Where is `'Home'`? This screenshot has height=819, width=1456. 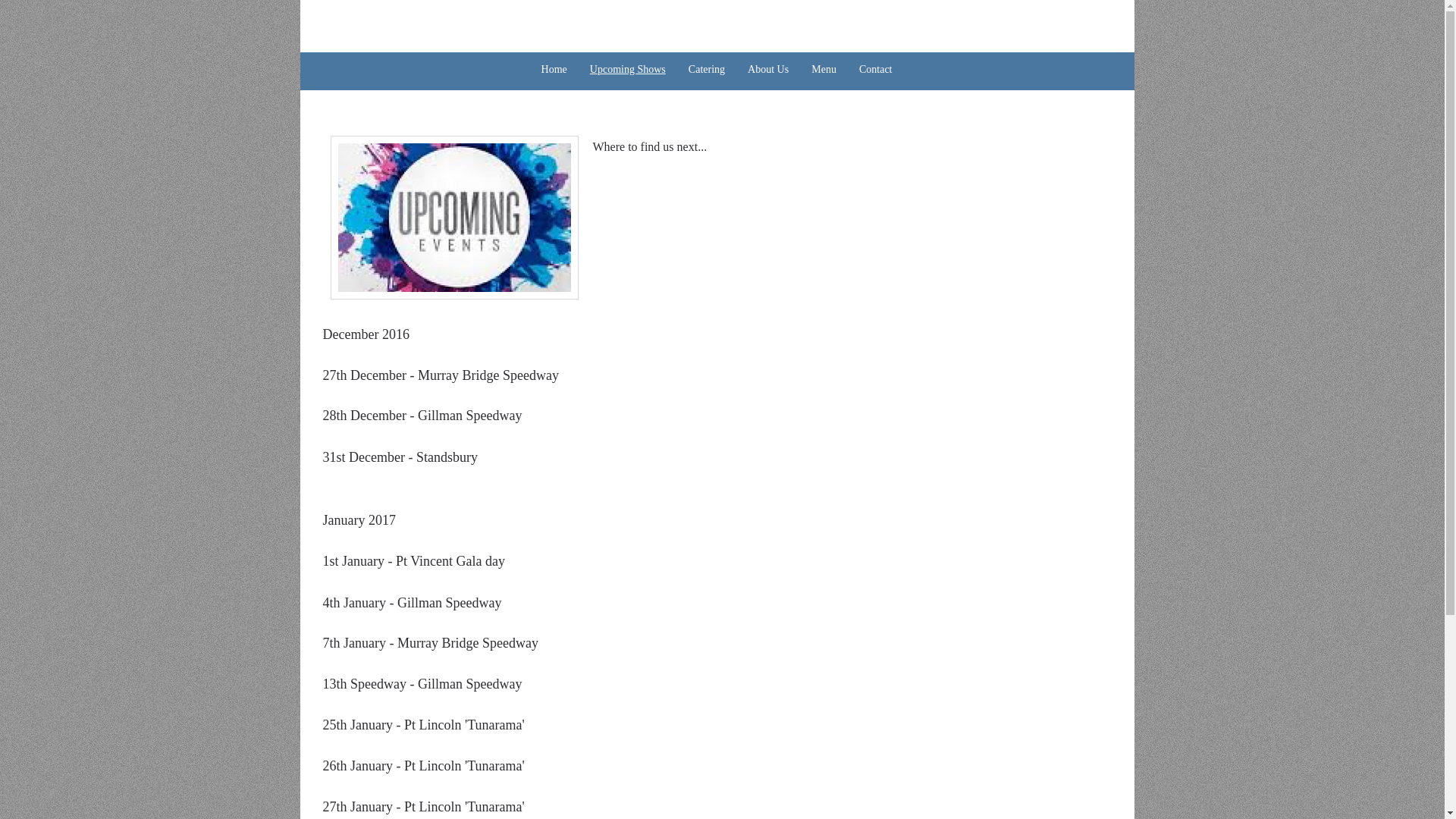
'Home' is located at coordinates (552, 70).